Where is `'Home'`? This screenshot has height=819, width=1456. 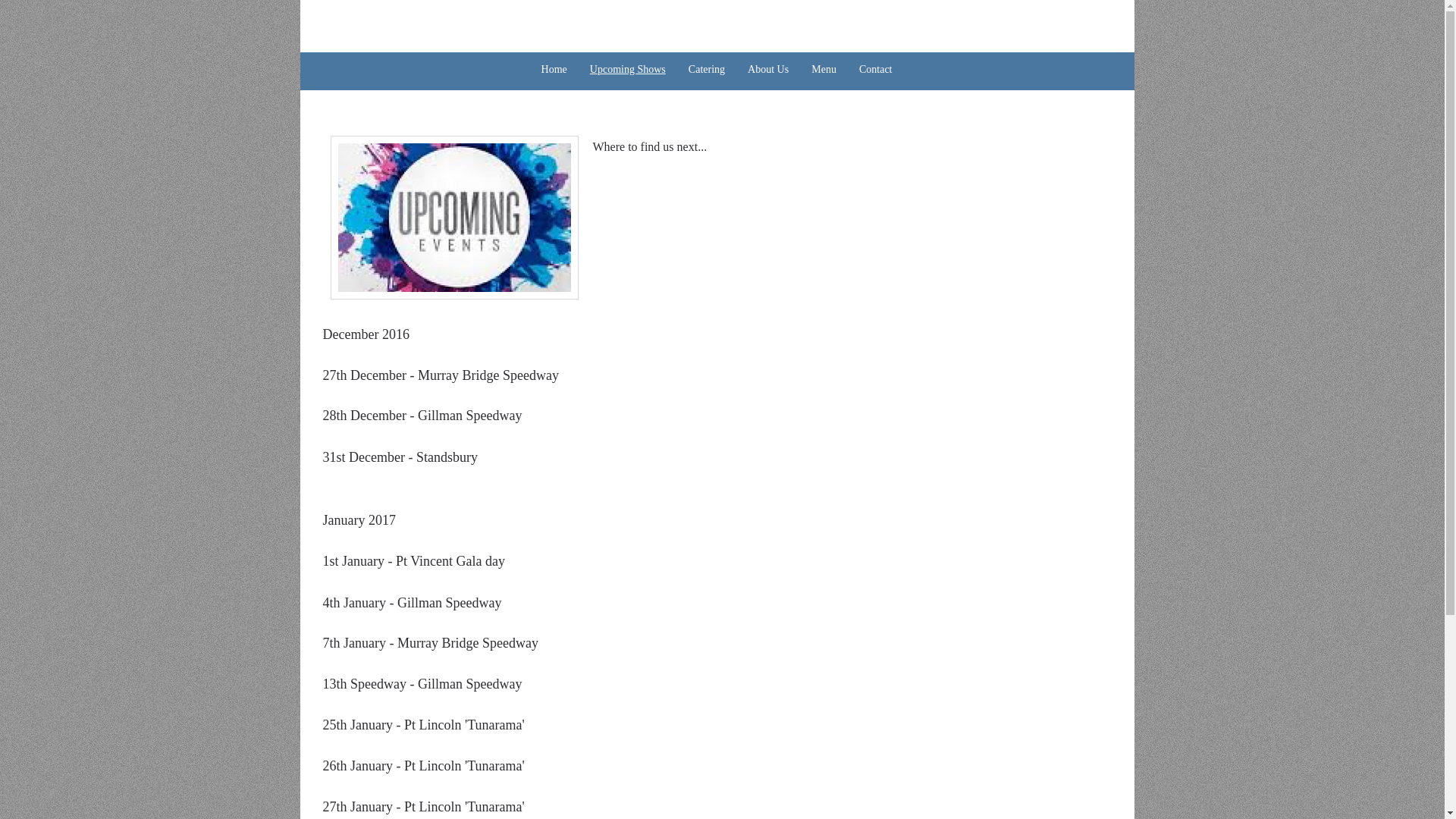
'Home' is located at coordinates (552, 70).